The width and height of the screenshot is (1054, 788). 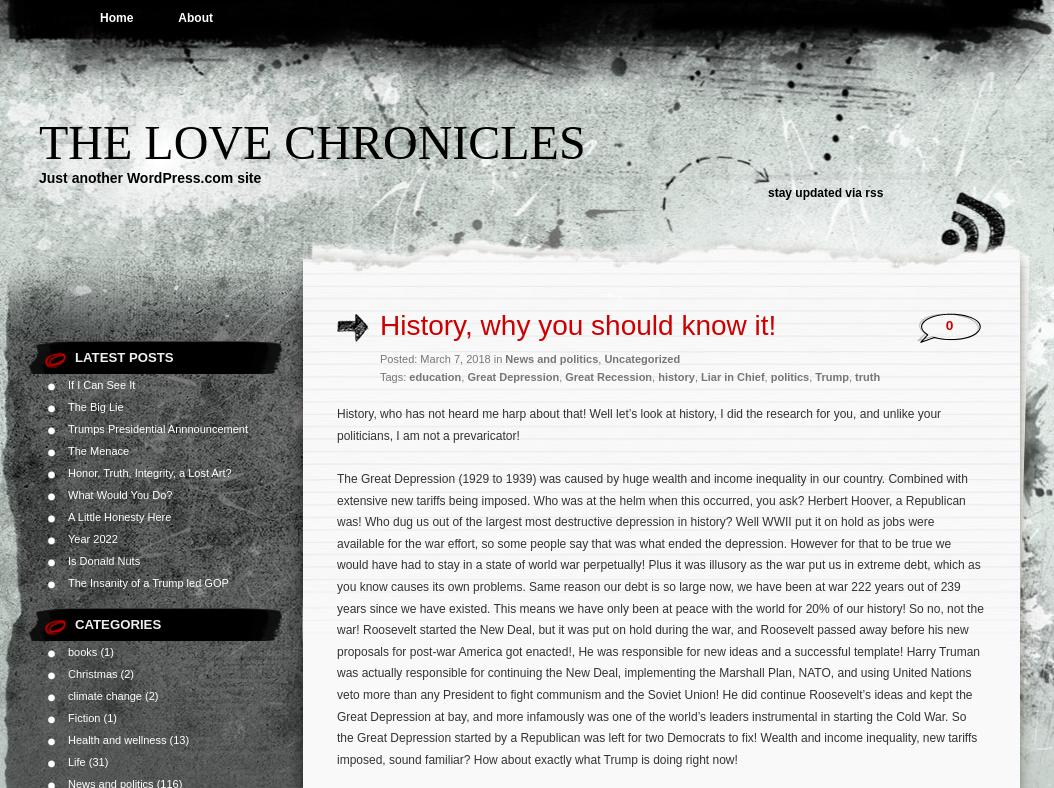 What do you see at coordinates (75, 761) in the screenshot?
I see `'Life'` at bounding box center [75, 761].